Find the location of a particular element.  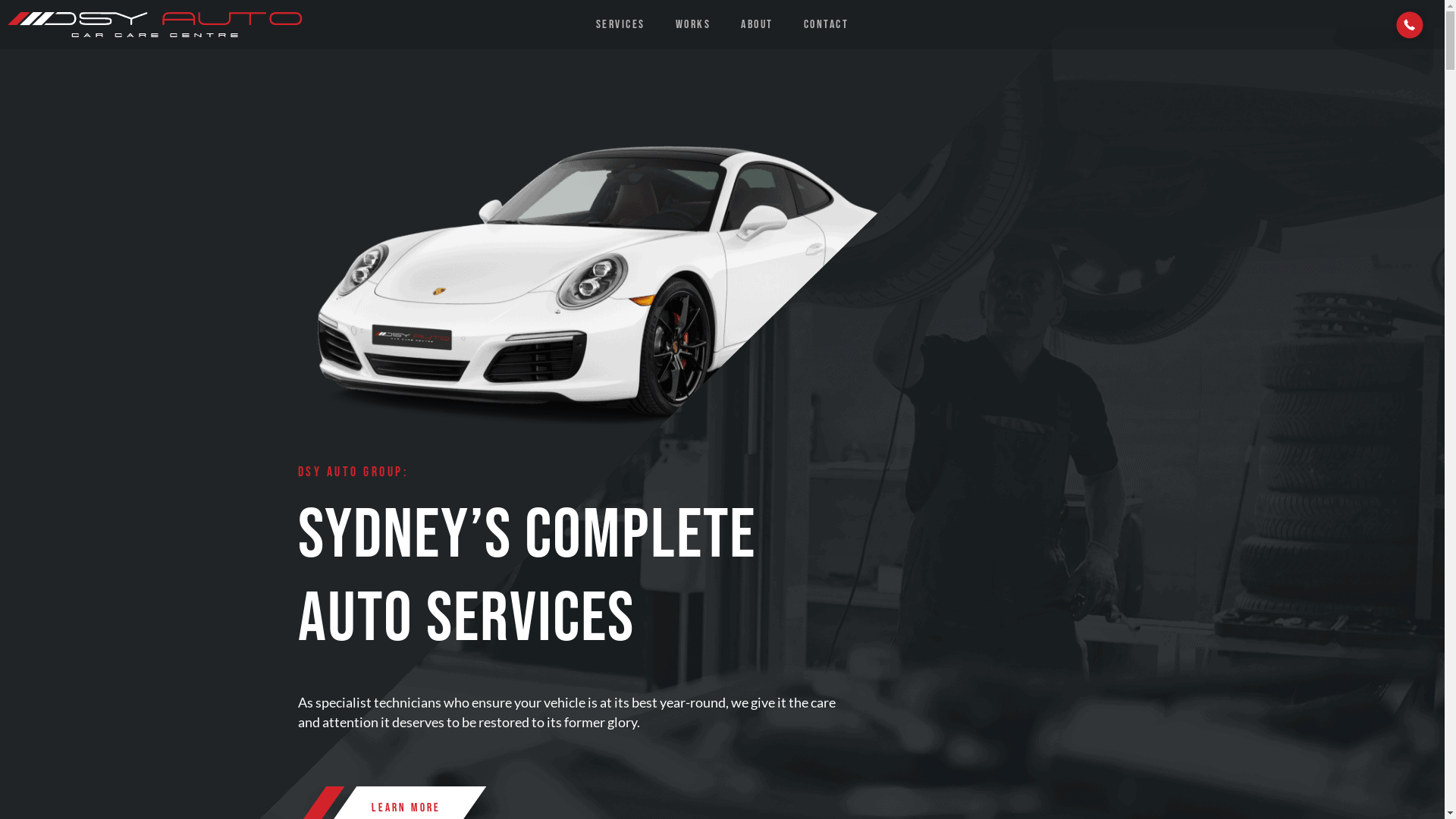

'About' is located at coordinates (724, 24).